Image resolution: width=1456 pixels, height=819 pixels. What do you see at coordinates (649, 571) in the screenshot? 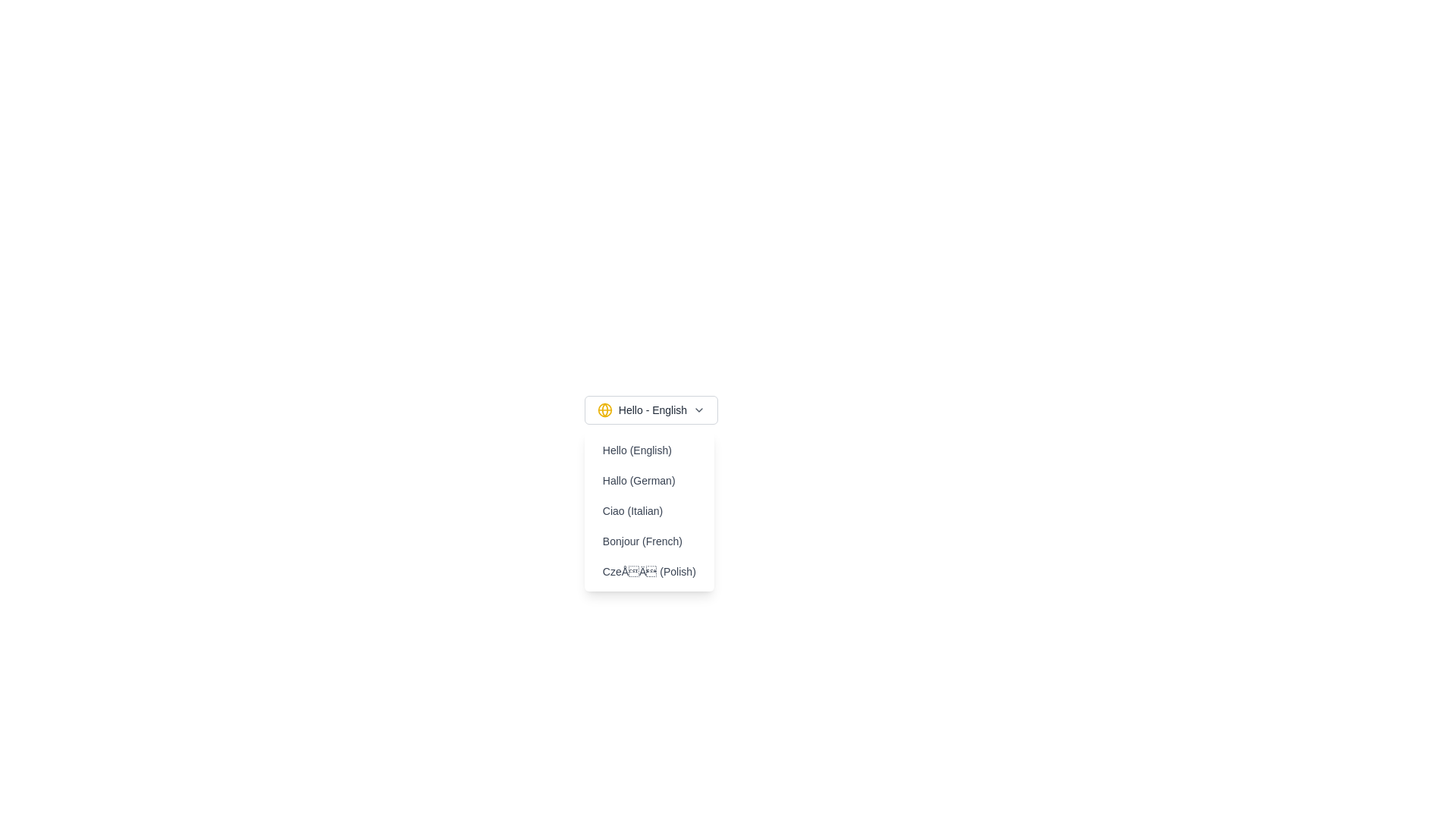
I see `the fifth static text label that displays a localized greeting phrase, located directly below 'Bonjour (French)'` at bounding box center [649, 571].